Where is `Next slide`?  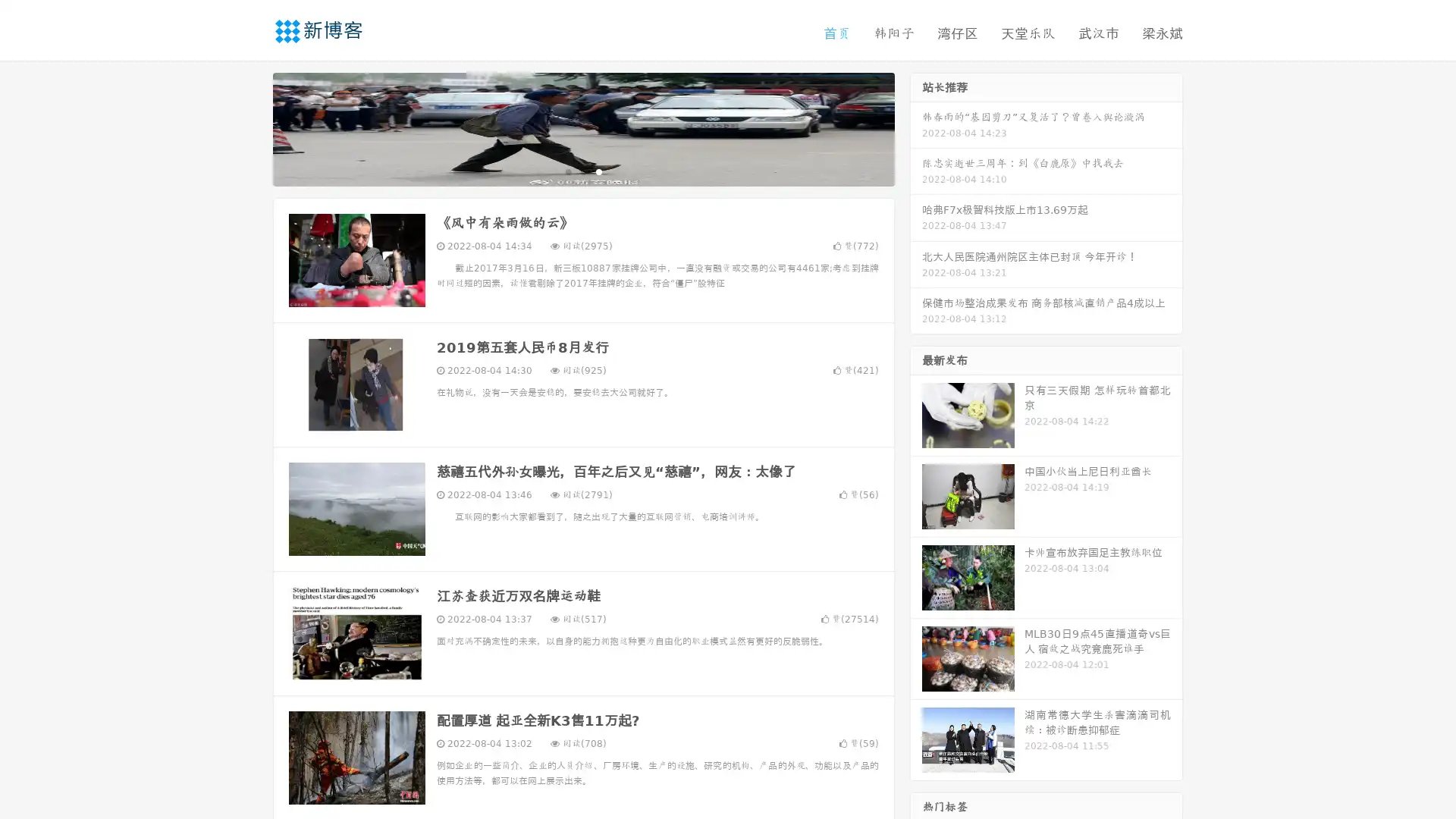 Next slide is located at coordinates (916, 127).